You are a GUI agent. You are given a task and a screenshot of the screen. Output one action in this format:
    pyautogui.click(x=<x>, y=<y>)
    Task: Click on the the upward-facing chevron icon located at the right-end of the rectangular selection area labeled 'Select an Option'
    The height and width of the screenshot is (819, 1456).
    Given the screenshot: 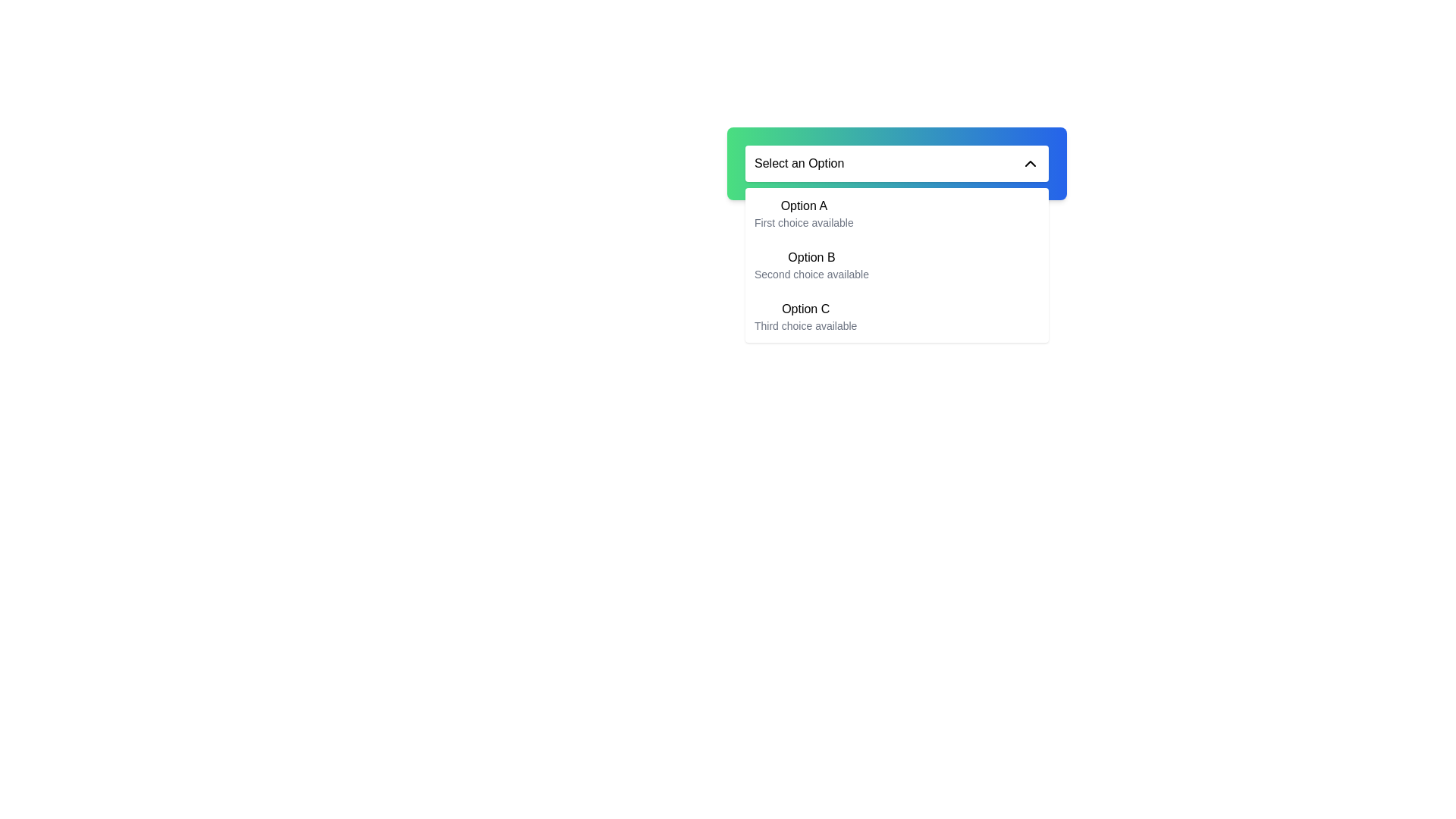 What is the action you would take?
    pyautogui.click(x=1030, y=164)
    